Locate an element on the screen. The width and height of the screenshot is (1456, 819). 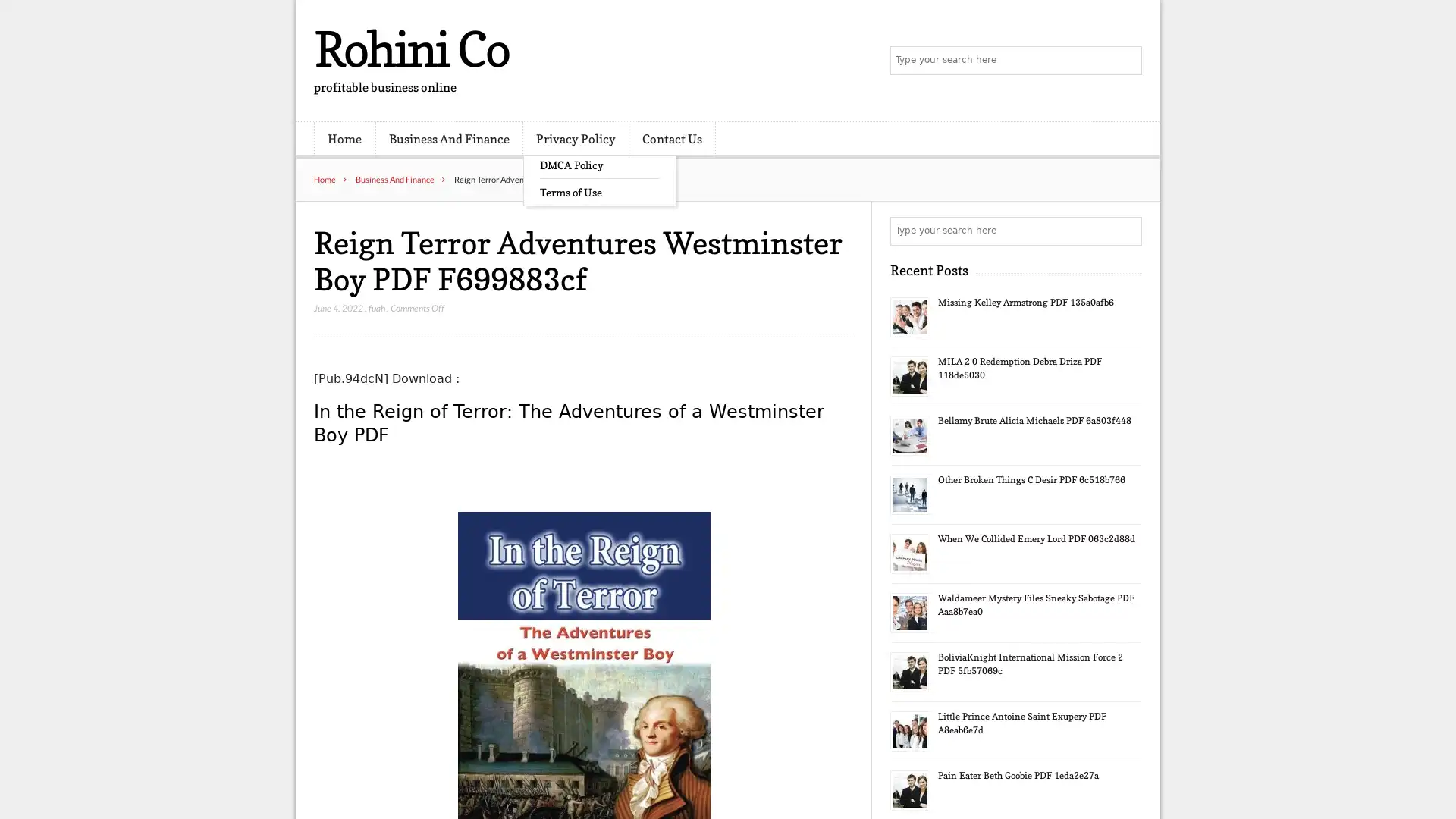
Search is located at coordinates (1126, 231).